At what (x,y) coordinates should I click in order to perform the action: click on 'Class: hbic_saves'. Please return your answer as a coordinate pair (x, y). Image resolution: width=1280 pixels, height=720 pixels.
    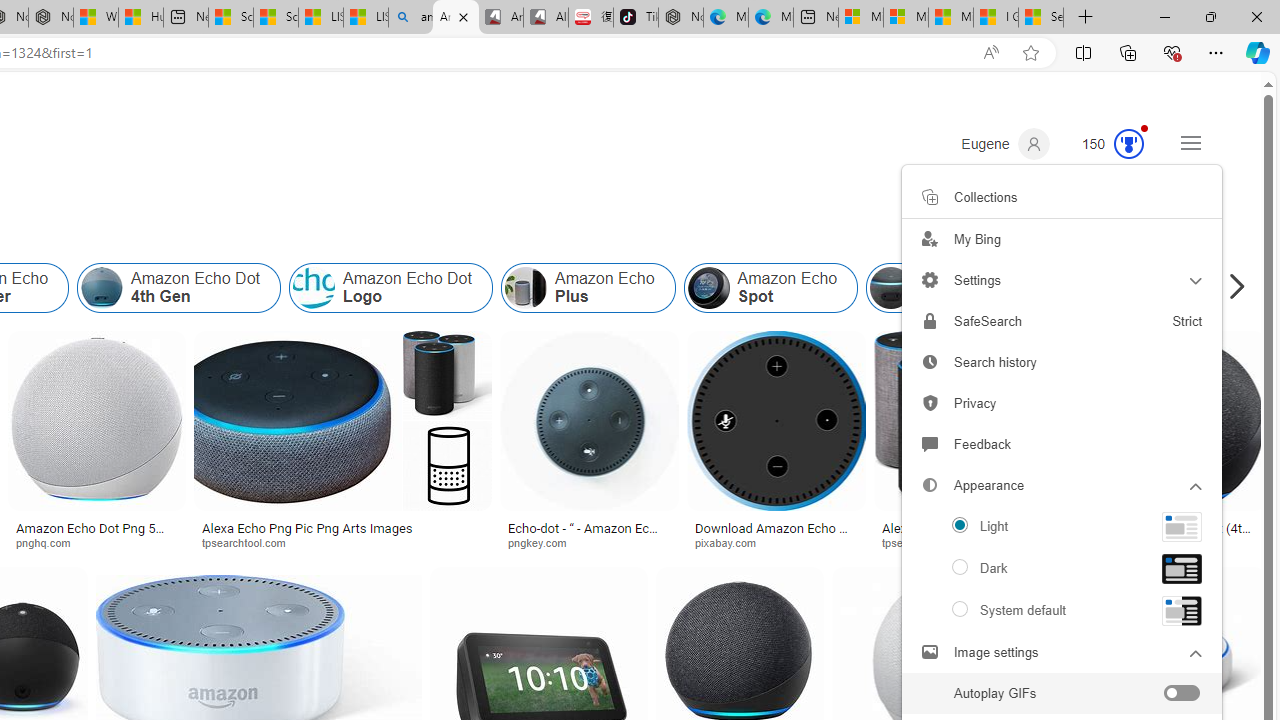
    Looking at the image, I should click on (928, 196).